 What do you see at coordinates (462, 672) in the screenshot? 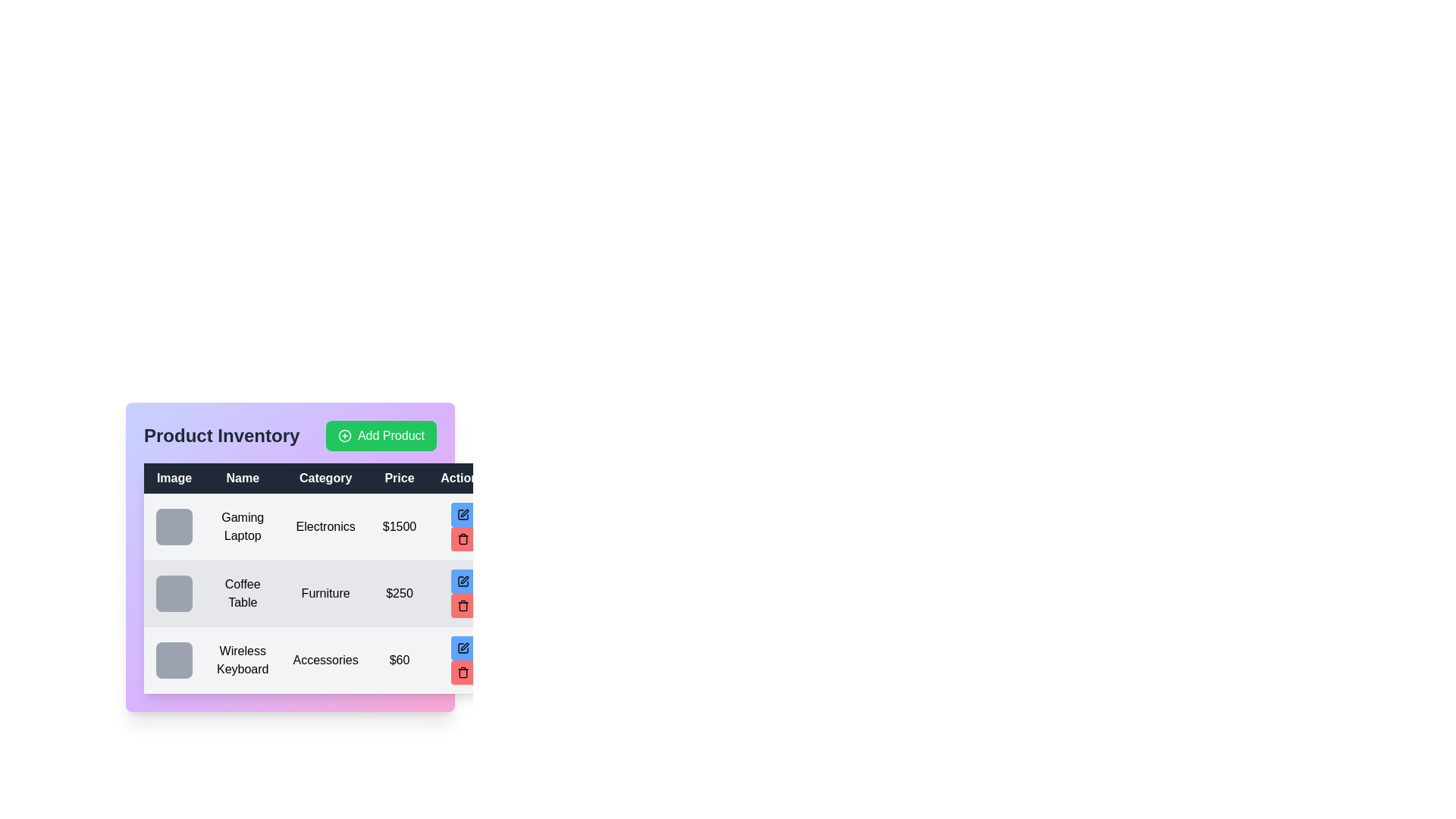
I see `the delete icon button in the 'Actions' column for the product 'Wireless Keyboard'` at bounding box center [462, 672].